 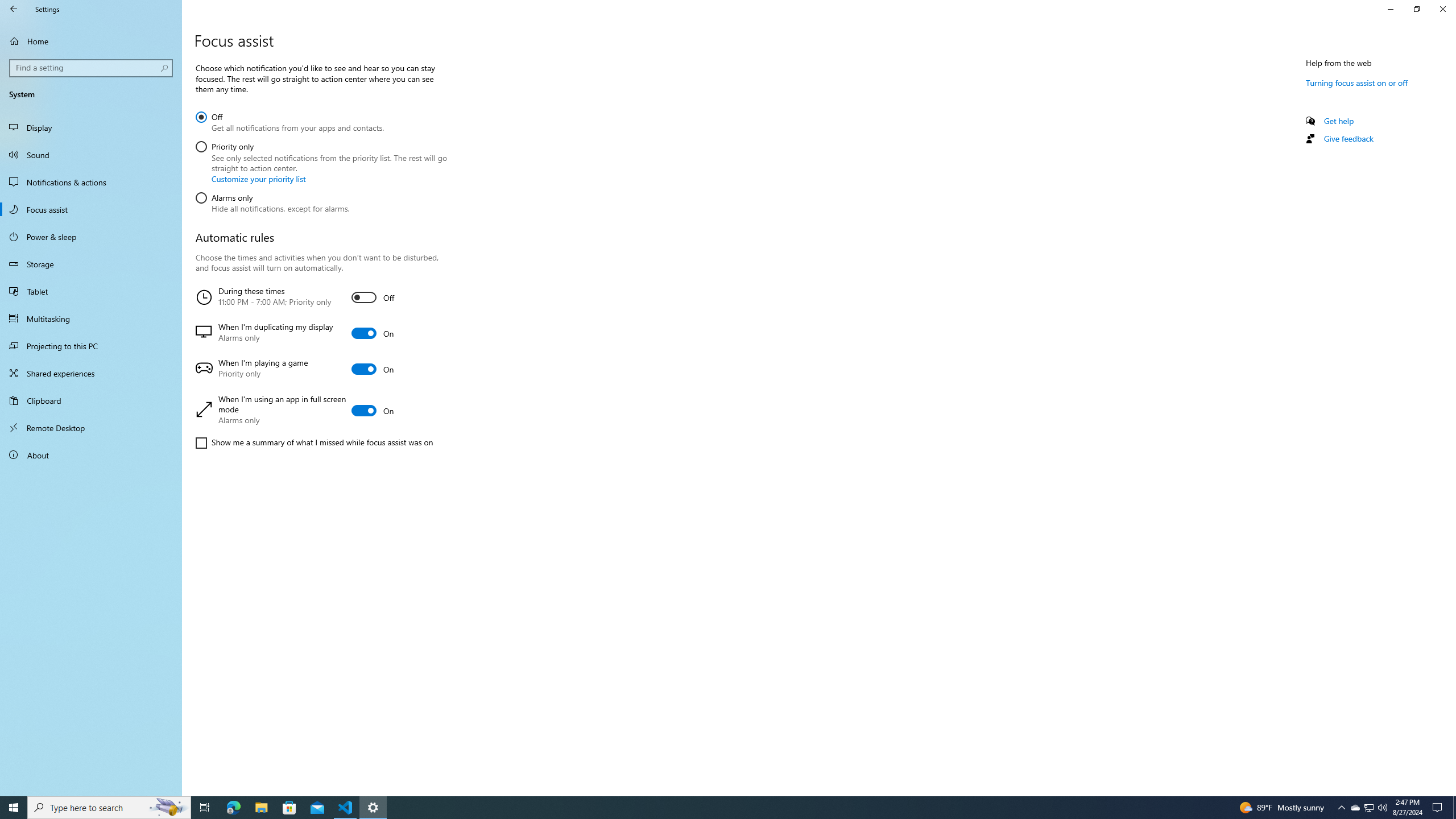 I want to click on 'When I', so click(x=318, y=410).